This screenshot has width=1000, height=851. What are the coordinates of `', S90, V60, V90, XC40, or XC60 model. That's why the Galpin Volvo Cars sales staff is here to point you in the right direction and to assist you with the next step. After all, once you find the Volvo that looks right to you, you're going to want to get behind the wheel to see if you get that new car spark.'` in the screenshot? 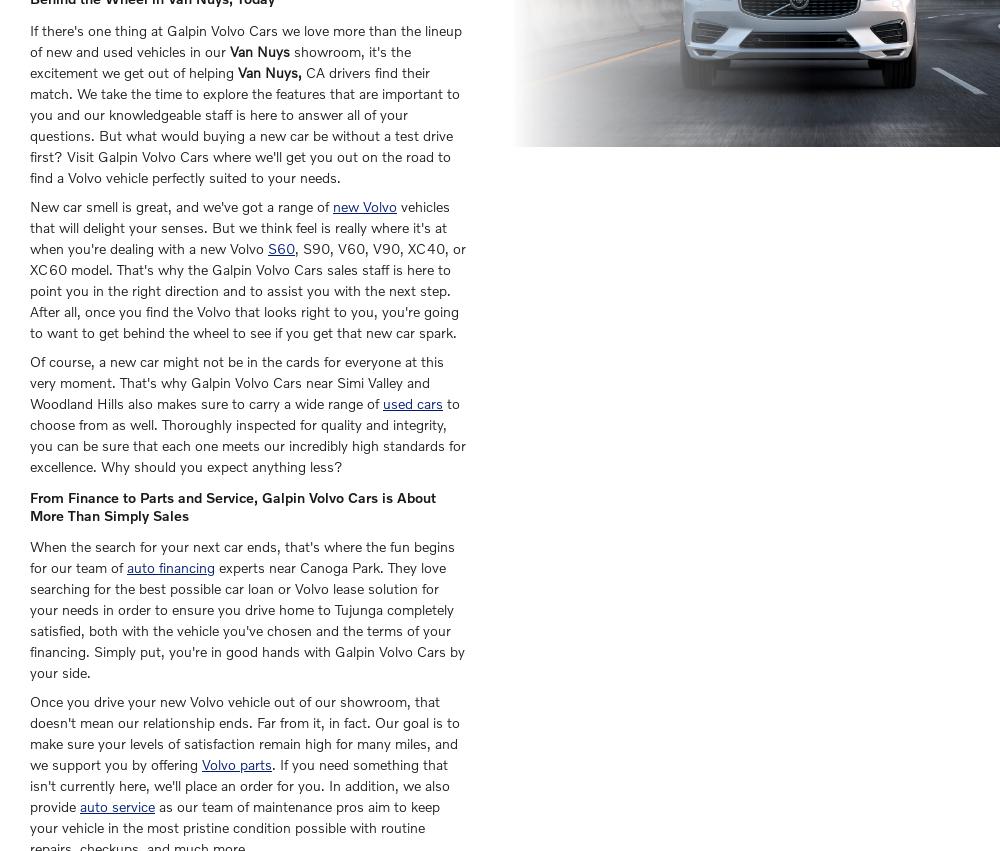 It's located at (247, 290).